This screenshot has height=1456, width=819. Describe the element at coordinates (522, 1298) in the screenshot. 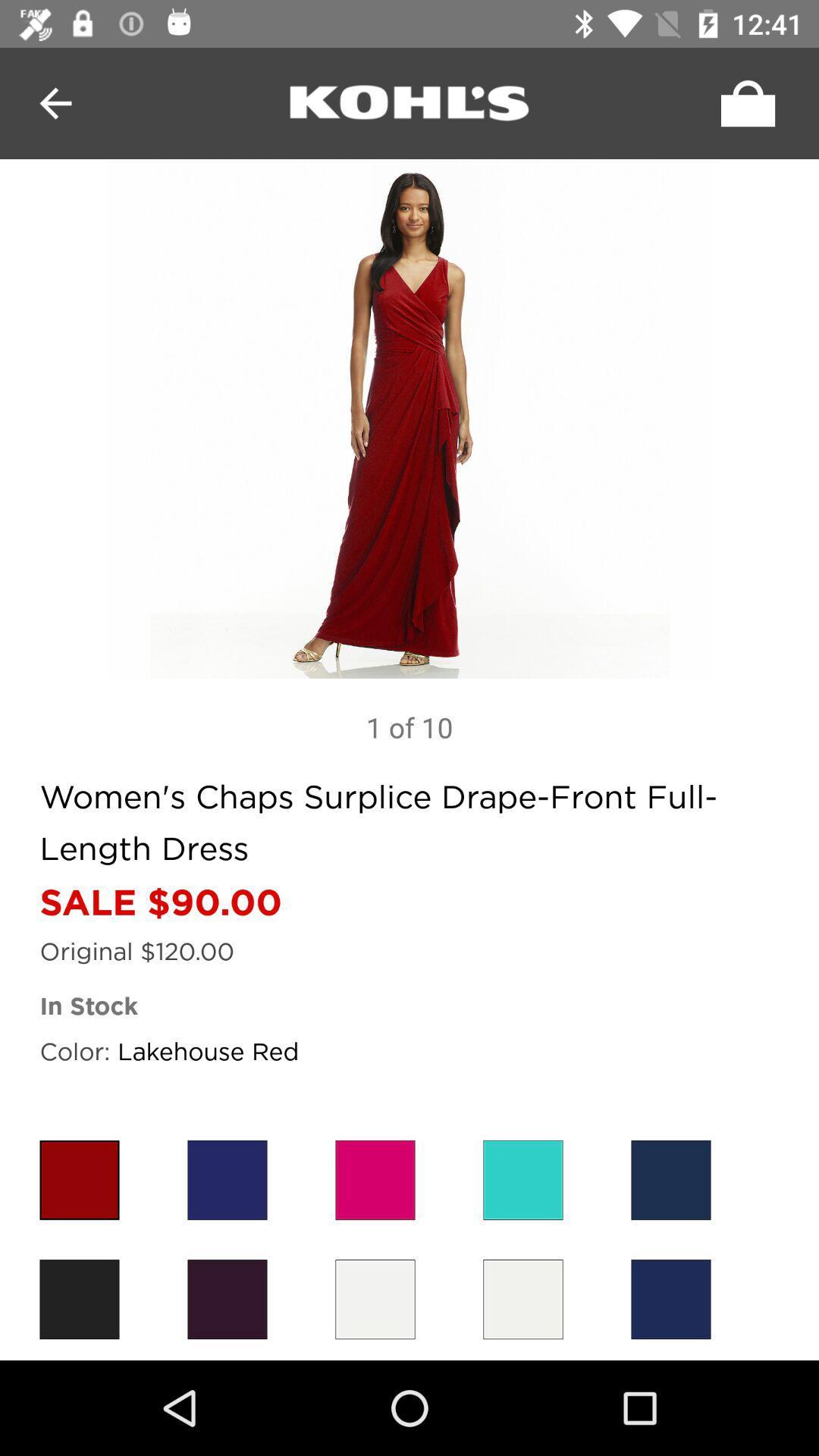

I see `different color` at that location.